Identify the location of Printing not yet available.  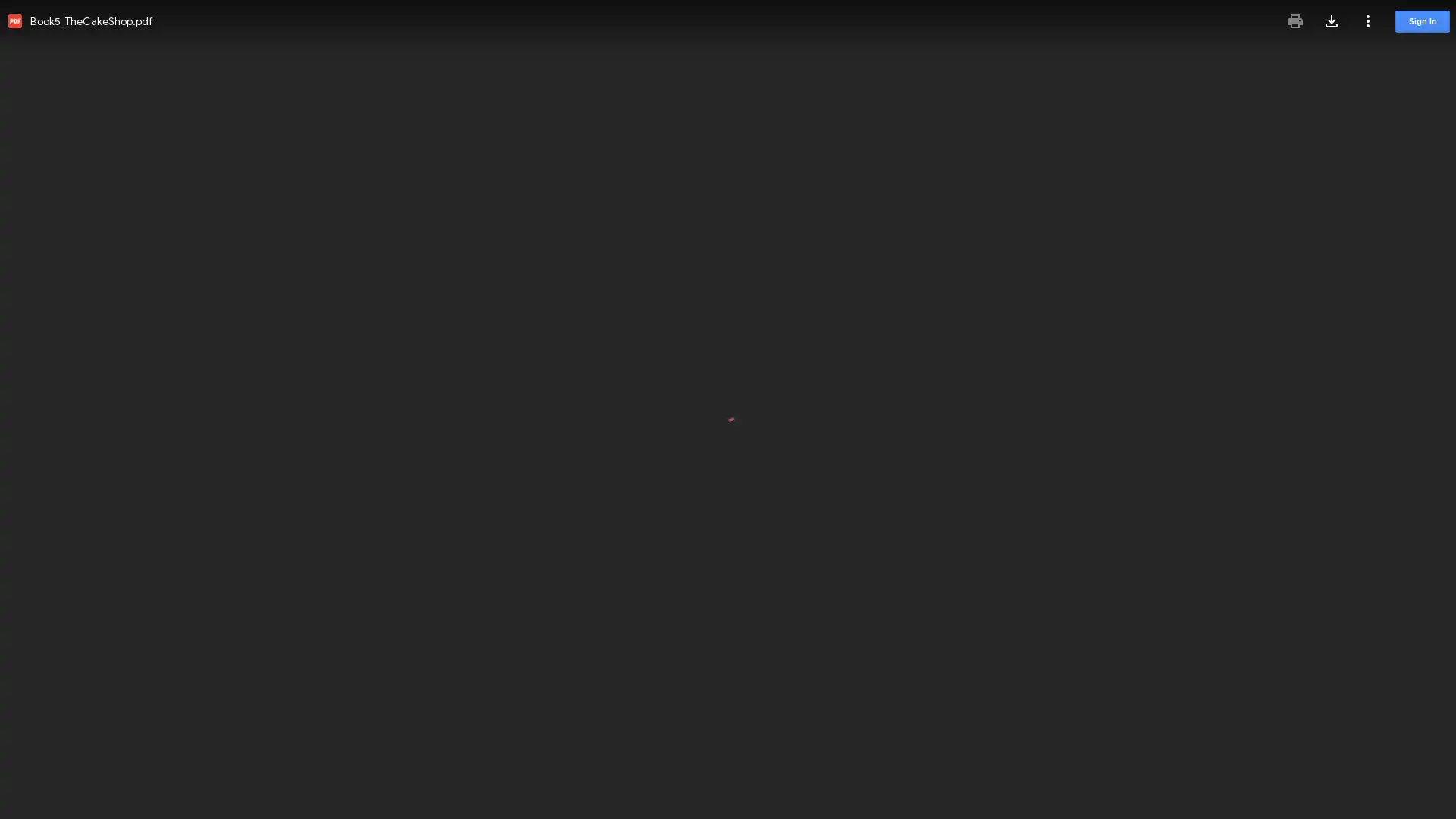
(1294, 20).